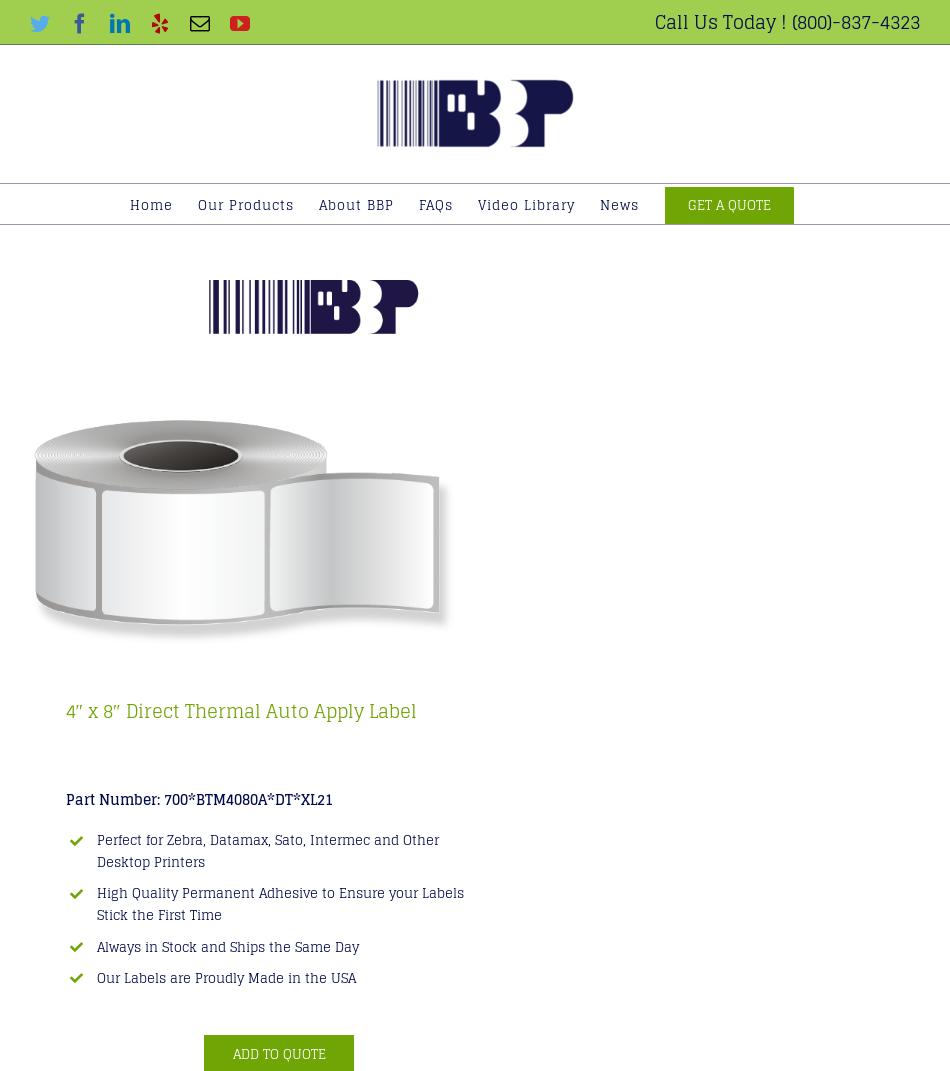 The image size is (950, 1071). Describe the element at coordinates (526, 204) in the screenshot. I see `'Video Library'` at that location.